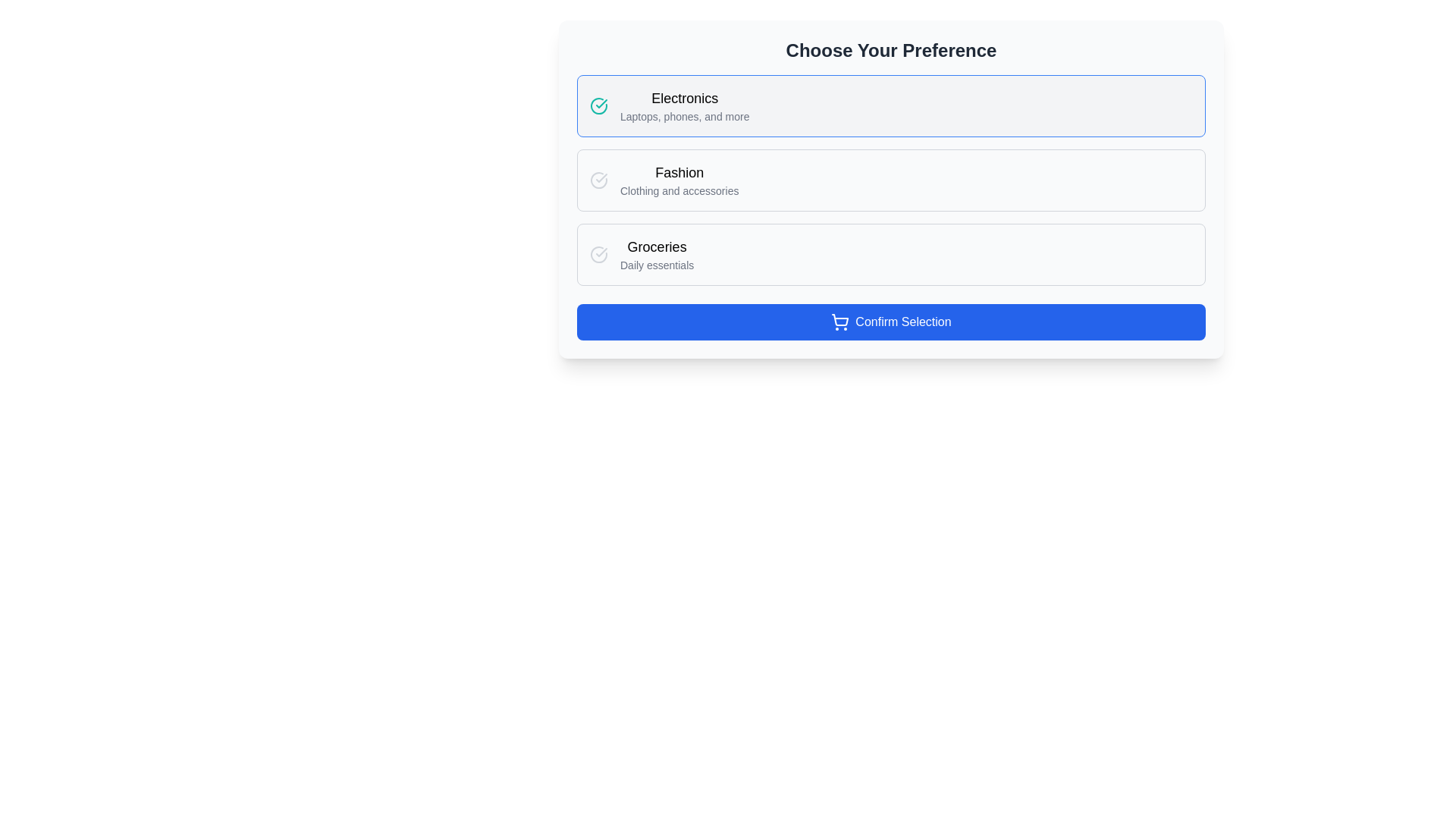 The height and width of the screenshot is (819, 1456). Describe the element at coordinates (903, 321) in the screenshot. I see `the 'Confirm Selection' button, which is a blue button with white text and a shopping cart icon, located at the bottom center of the interface` at that location.